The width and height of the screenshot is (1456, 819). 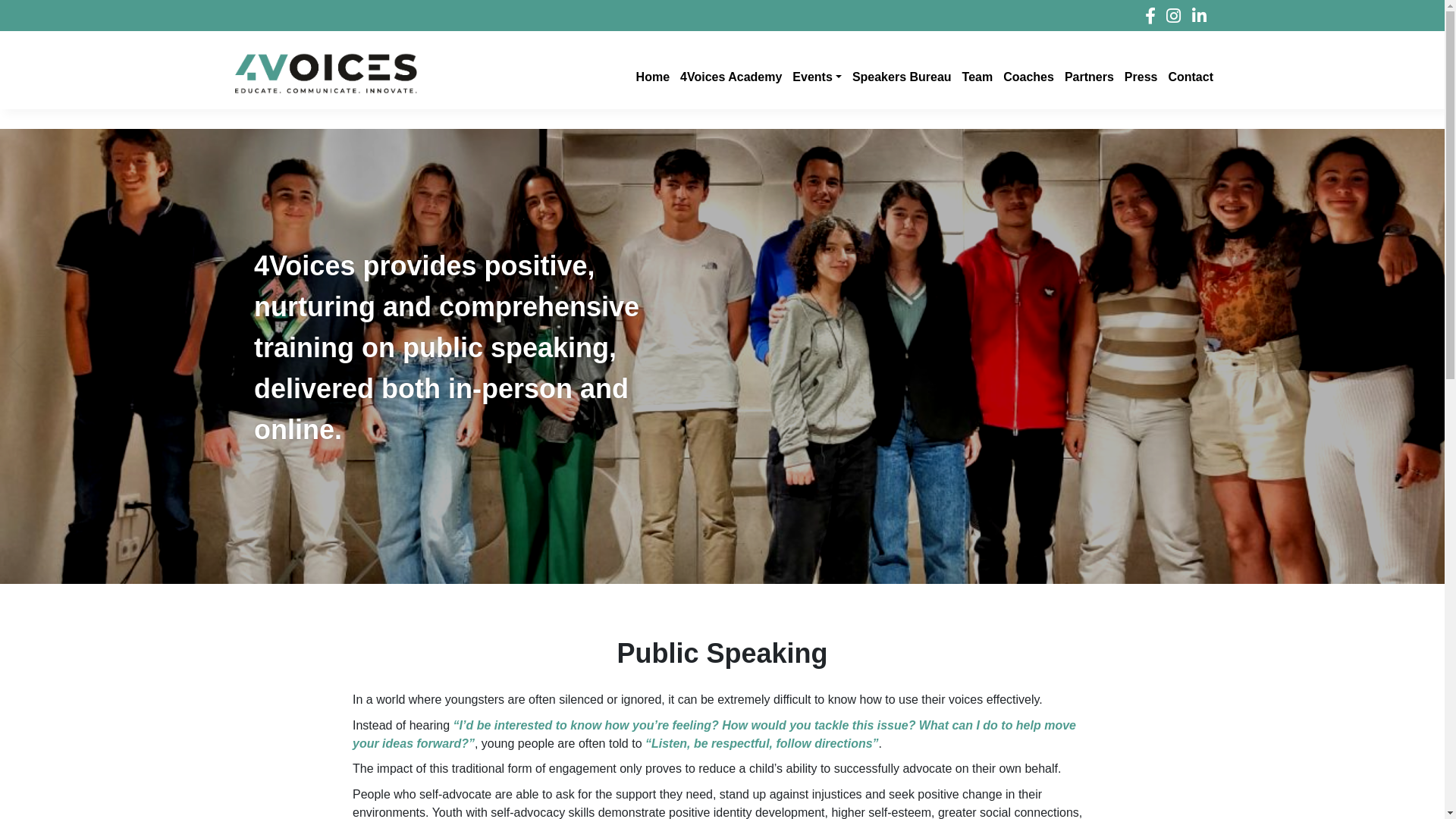 What do you see at coordinates (900, 74) in the screenshot?
I see `'Speakers Bureau'` at bounding box center [900, 74].